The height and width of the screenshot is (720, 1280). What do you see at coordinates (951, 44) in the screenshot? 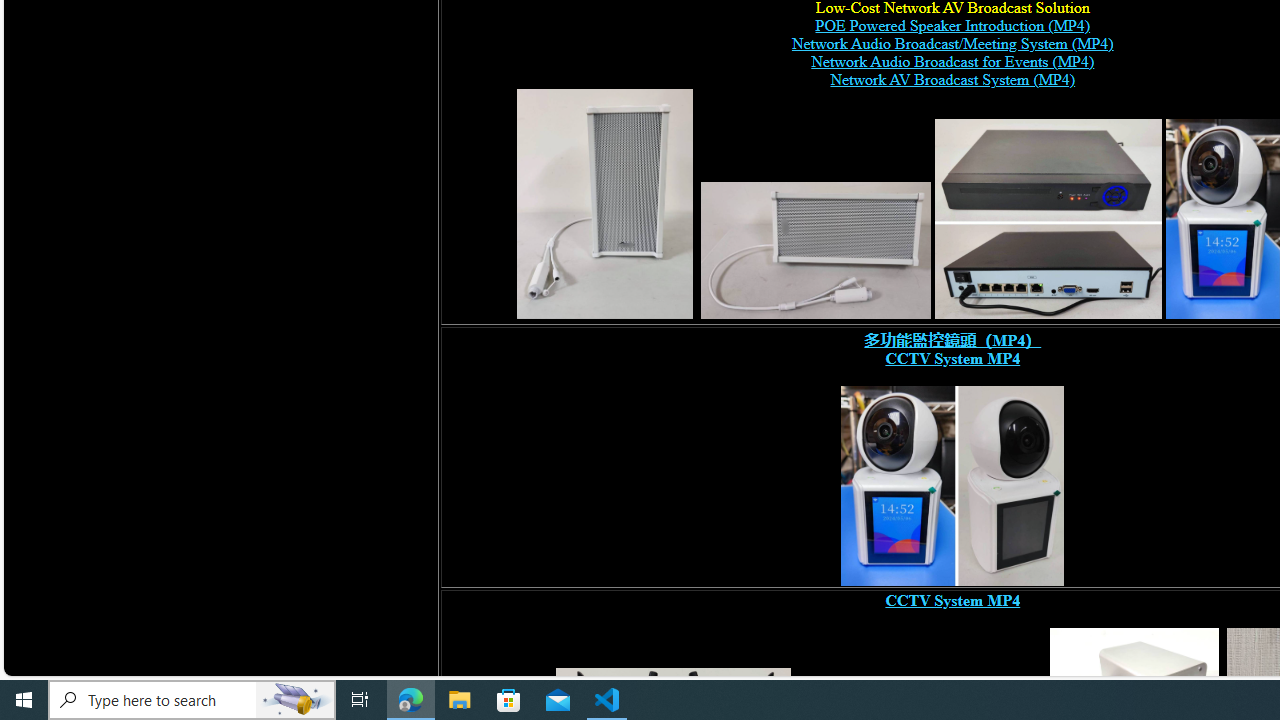
I see `'Network Audio Broadcast/Meeting System (MP4)'` at bounding box center [951, 44].